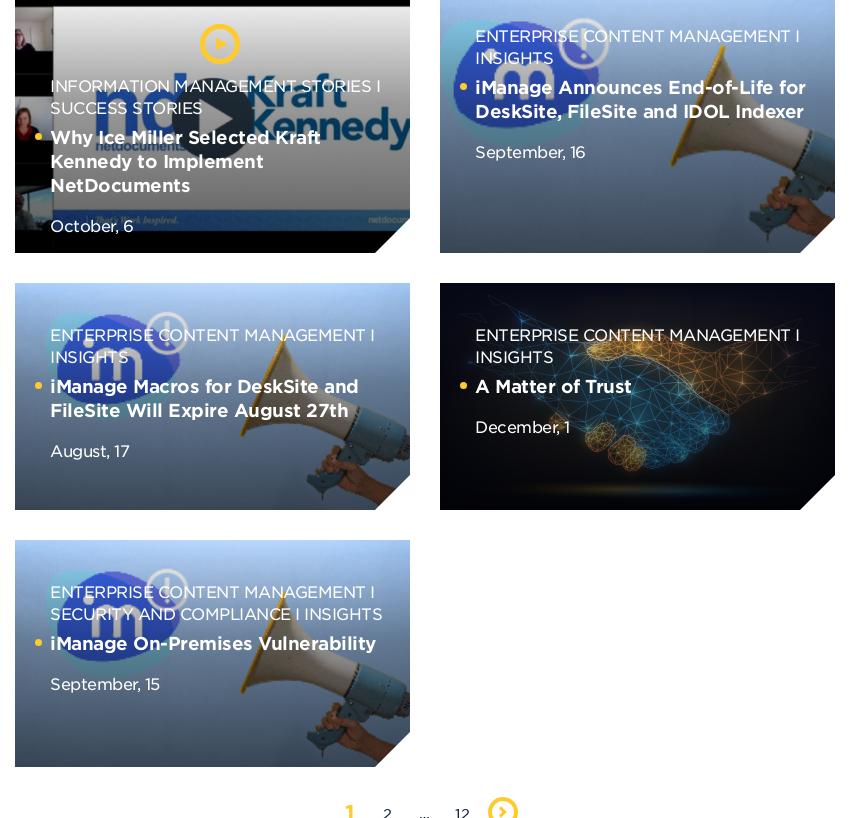 This screenshot has width=850, height=818. What do you see at coordinates (203, 398) in the screenshot?
I see `'iManage Macros for DeskSite and FileSite Will Expire August 27th'` at bounding box center [203, 398].